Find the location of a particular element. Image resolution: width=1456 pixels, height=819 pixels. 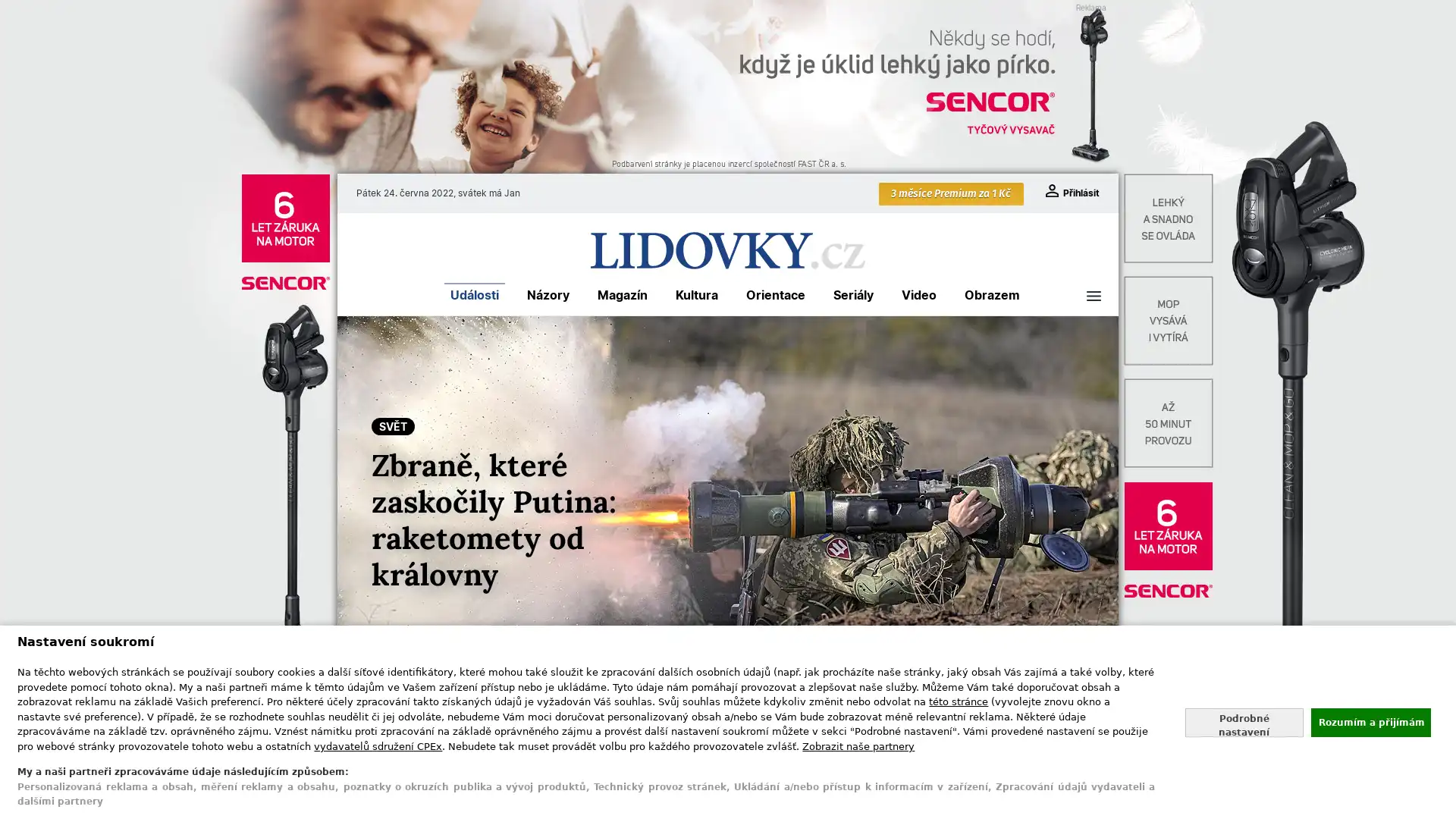

Souhlasit s nasim zpracovanim udaju a zavrit is located at coordinates (1370, 721).